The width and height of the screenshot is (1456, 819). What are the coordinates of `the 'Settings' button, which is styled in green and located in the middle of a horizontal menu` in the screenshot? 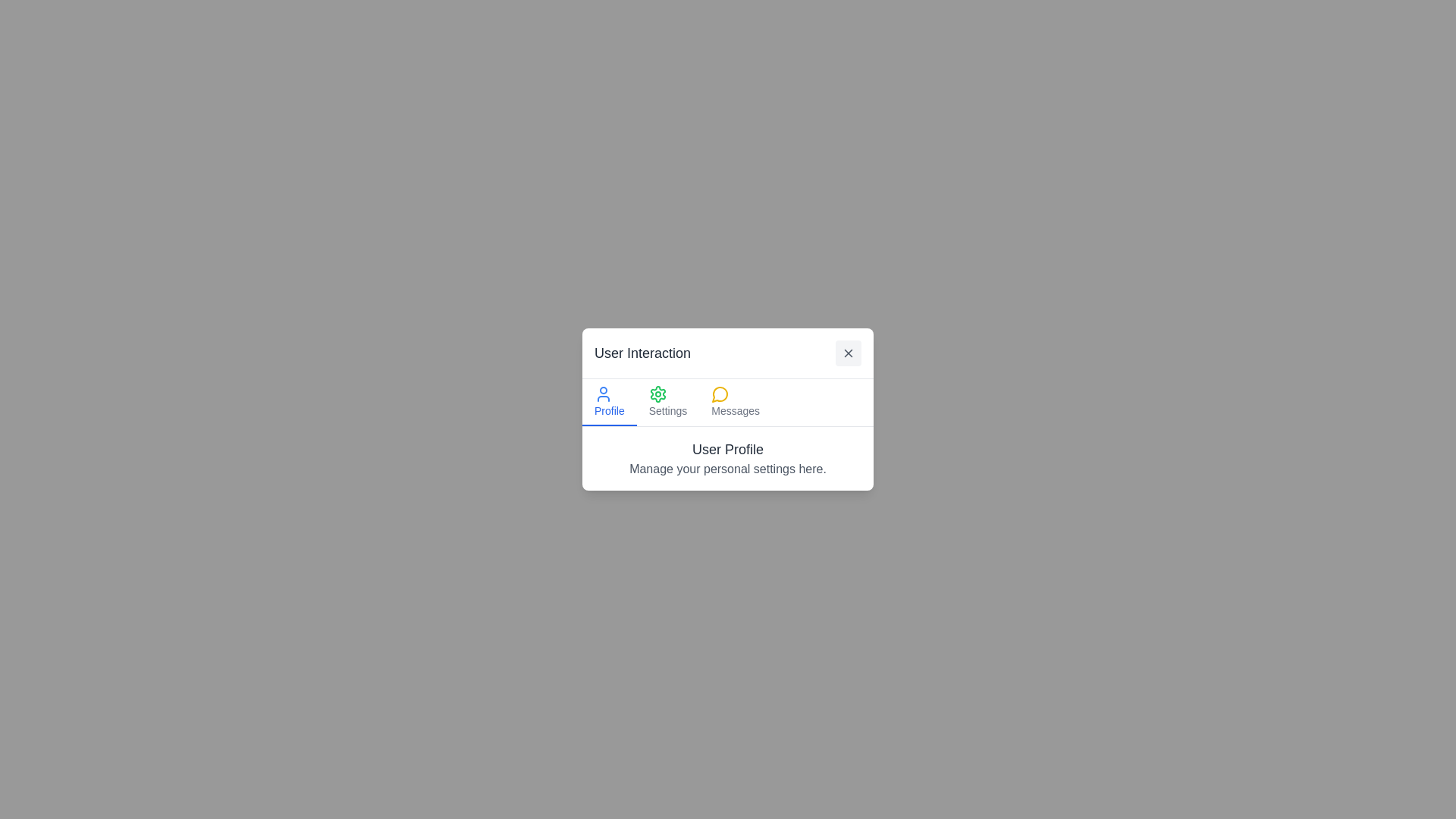 It's located at (667, 402).